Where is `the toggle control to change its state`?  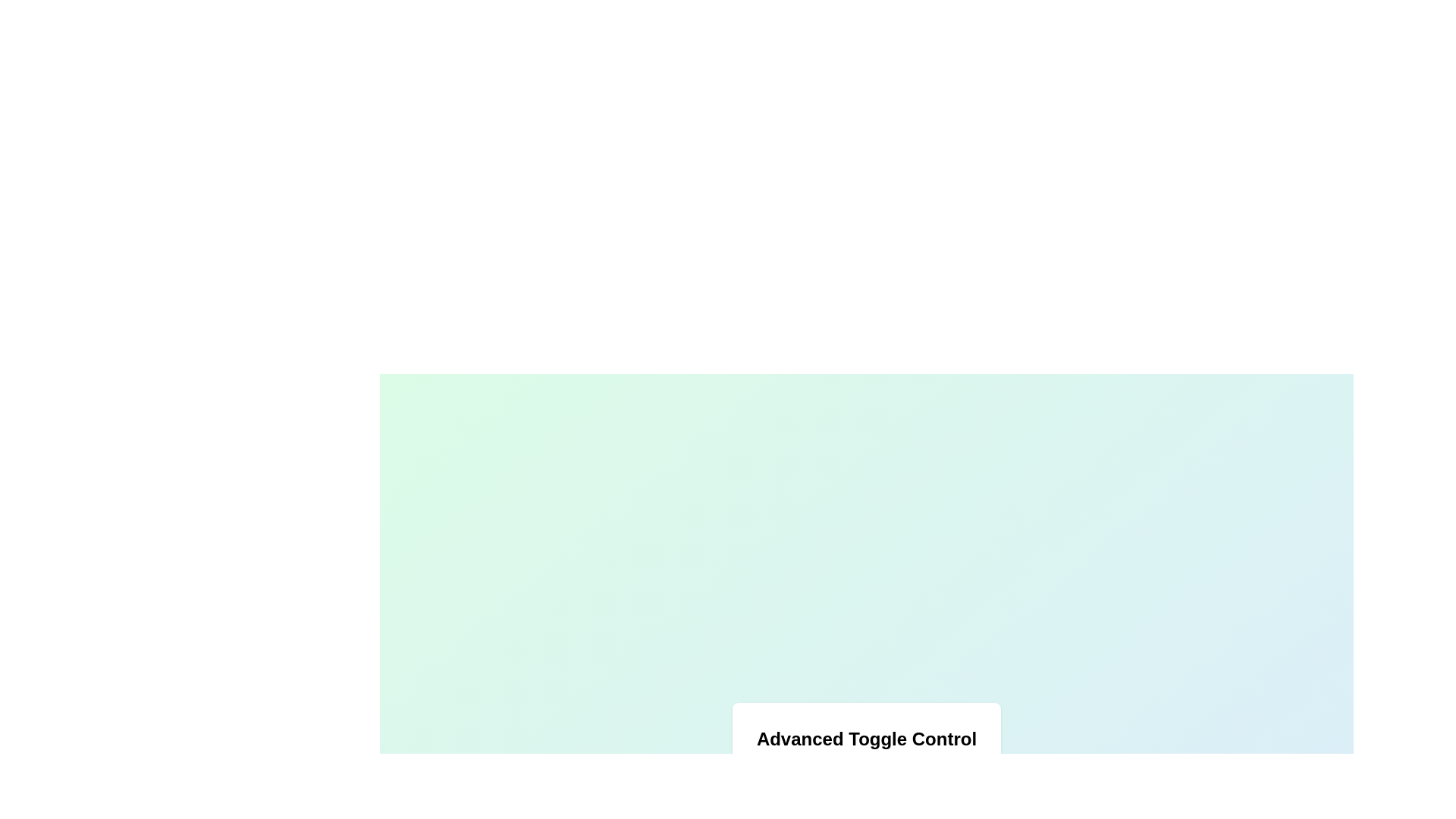
the toggle control to change its state is located at coordinates (798, 784).